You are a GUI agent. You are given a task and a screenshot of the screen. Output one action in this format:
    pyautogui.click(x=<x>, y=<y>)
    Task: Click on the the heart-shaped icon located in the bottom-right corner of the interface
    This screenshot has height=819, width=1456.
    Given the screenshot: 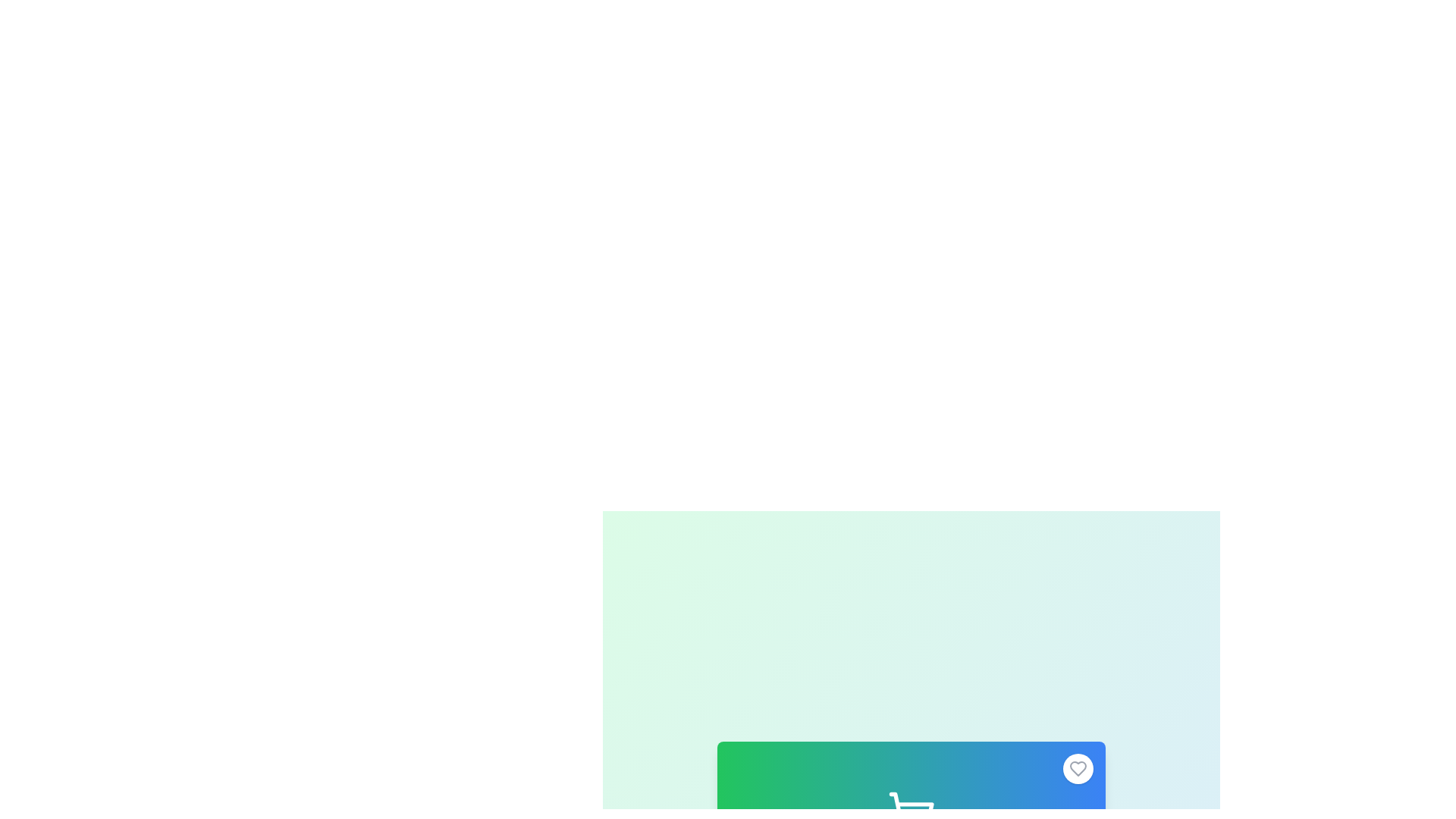 What is the action you would take?
    pyautogui.click(x=1077, y=769)
    